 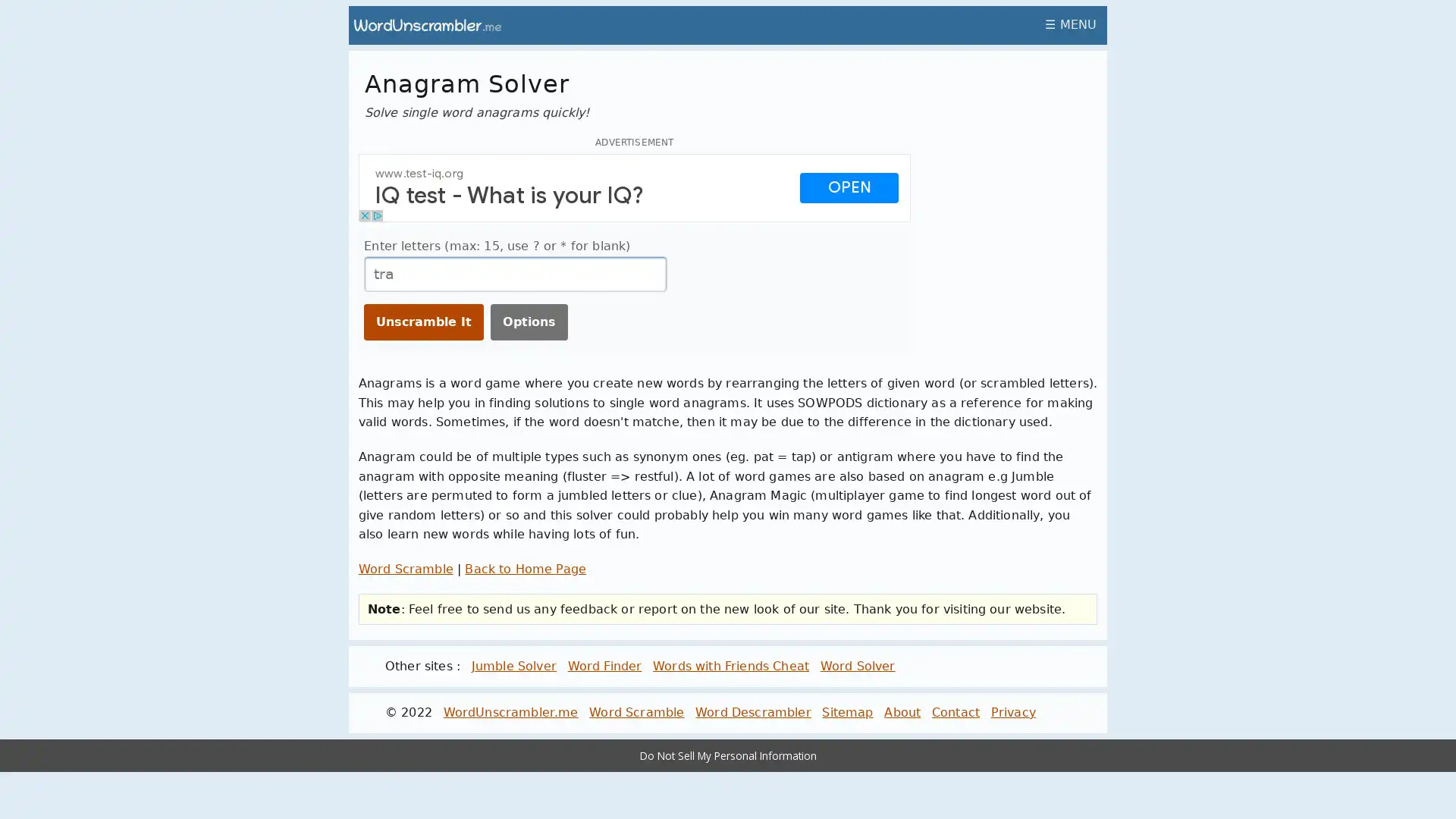 I want to click on Options, so click(x=529, y=321).